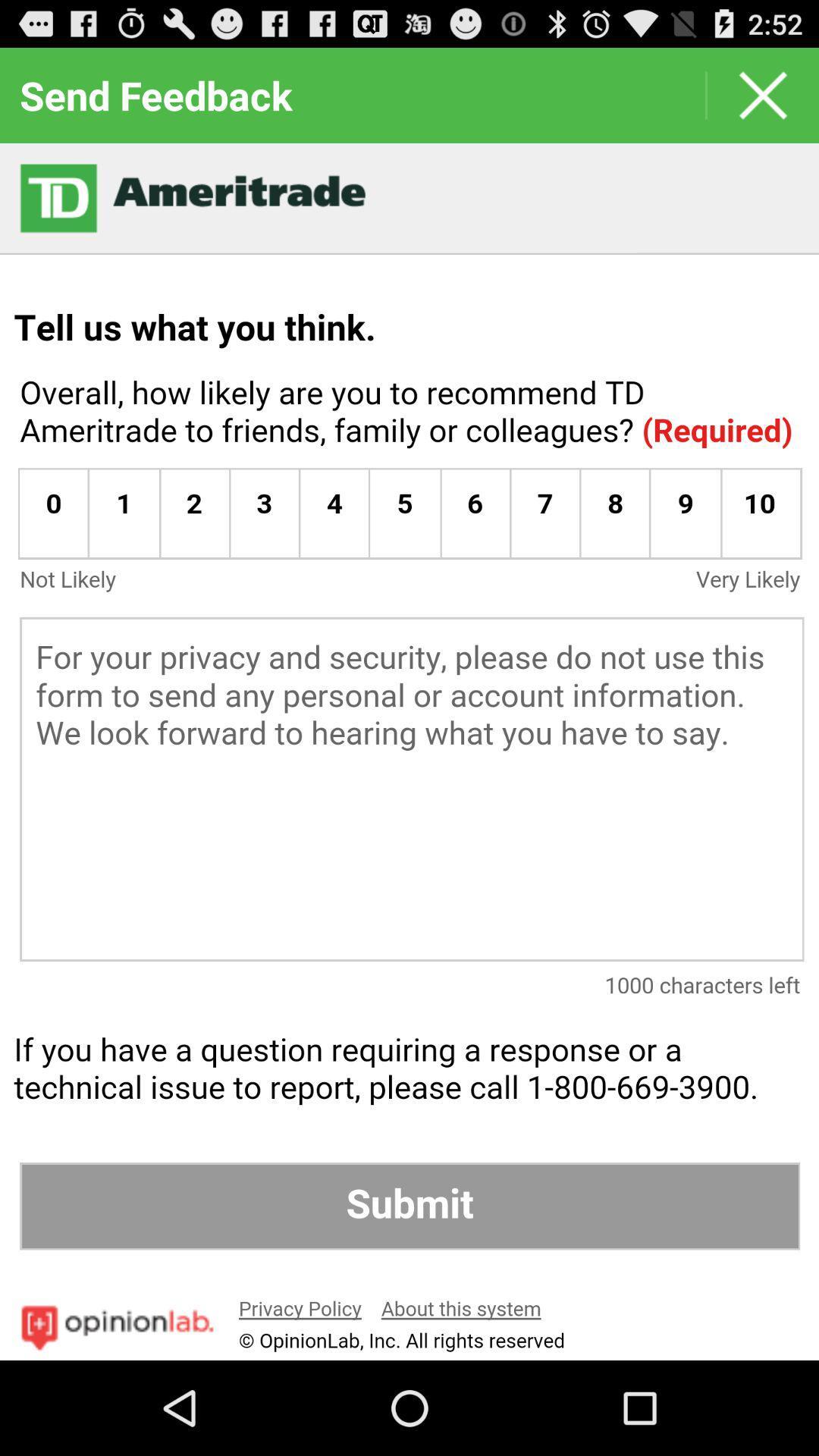 The height and width of the screenshot is (1456, 819). Describe the element at coordinates (763, 94) in the screenshot. I see `the button is used to close the page` at that location.